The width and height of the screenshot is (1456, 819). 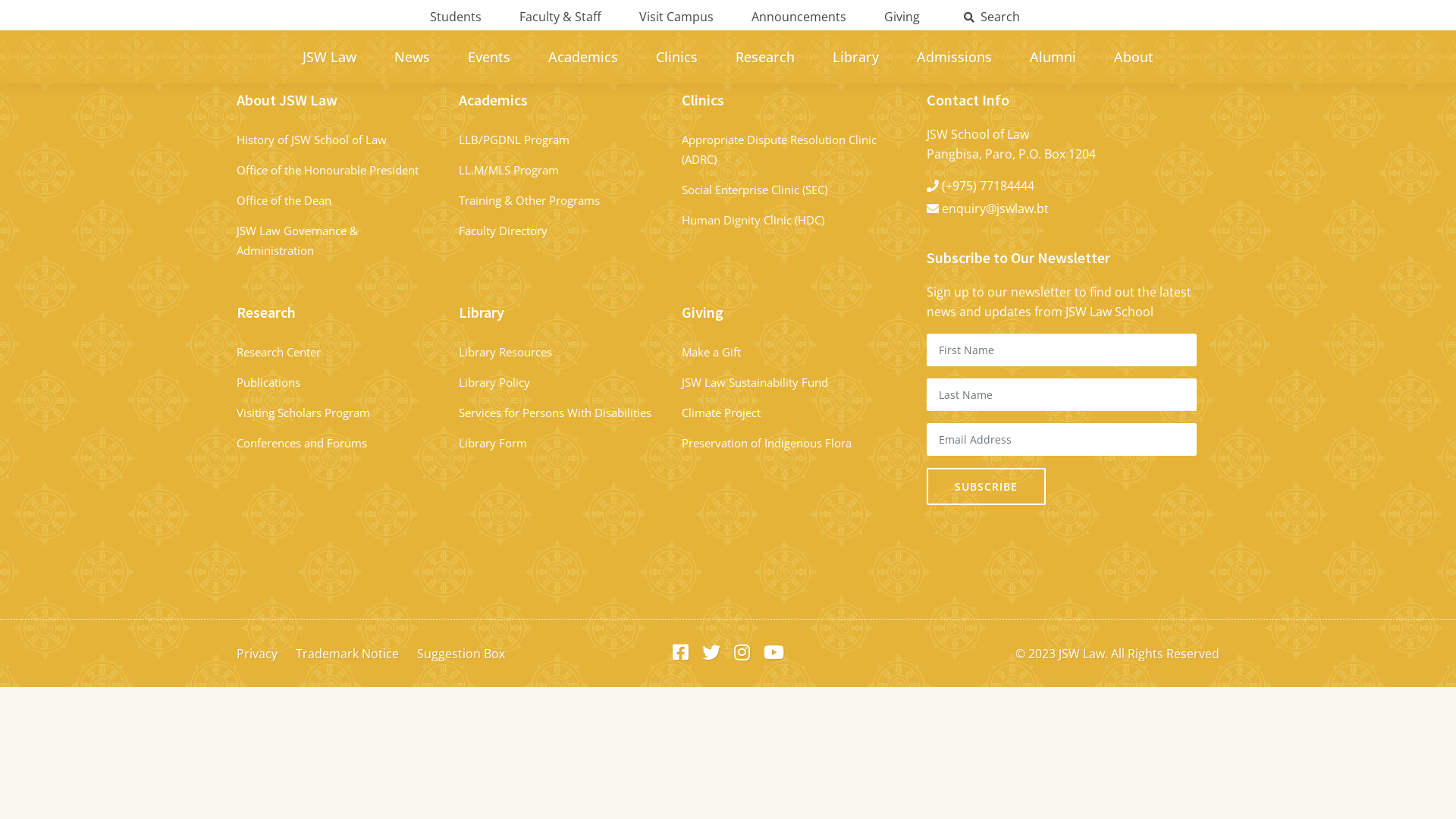 I want to click on 'Office of the Honourable President ', so click(x=236, y=169).